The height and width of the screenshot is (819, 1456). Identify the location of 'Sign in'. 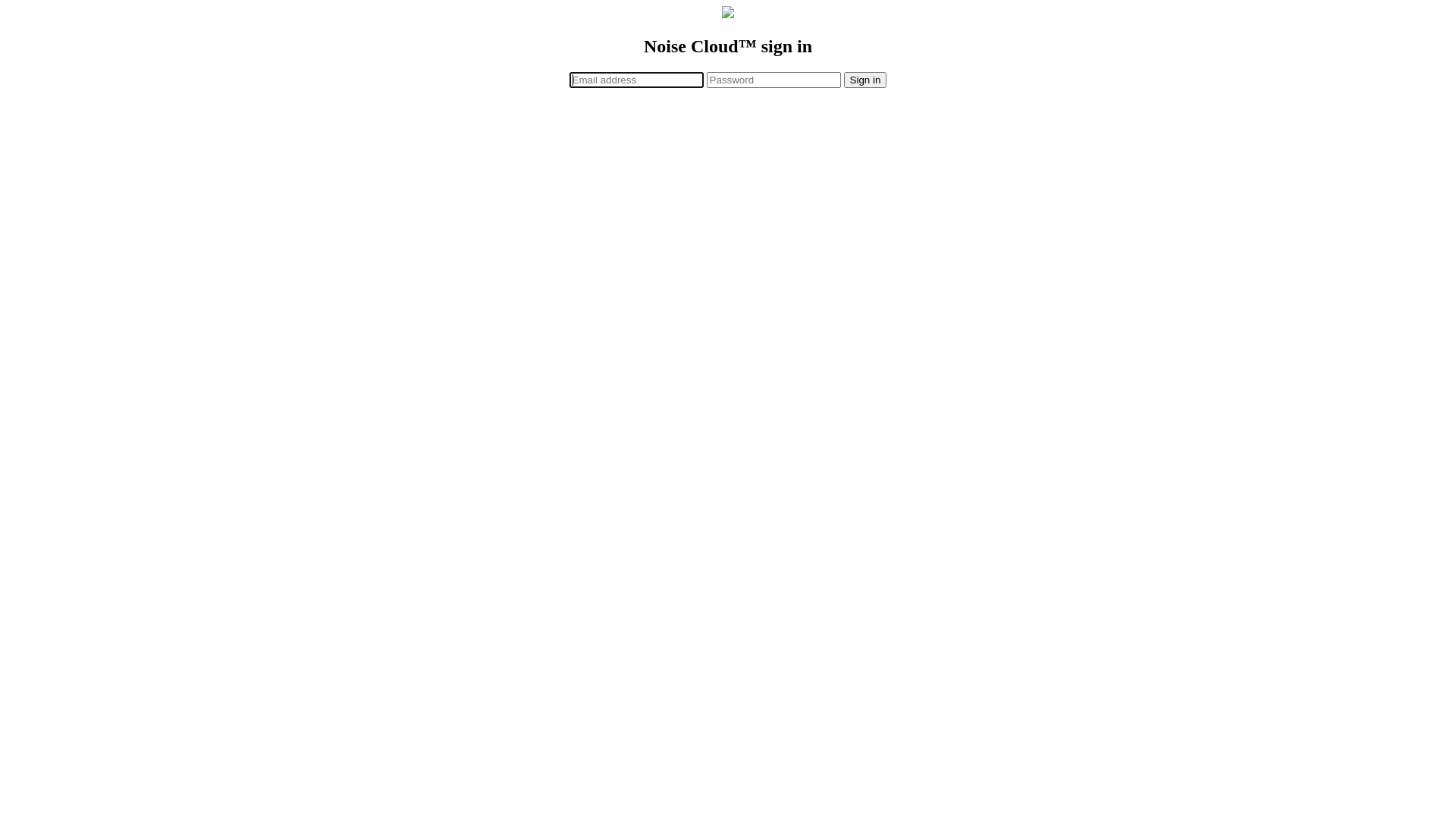
(865, 80).